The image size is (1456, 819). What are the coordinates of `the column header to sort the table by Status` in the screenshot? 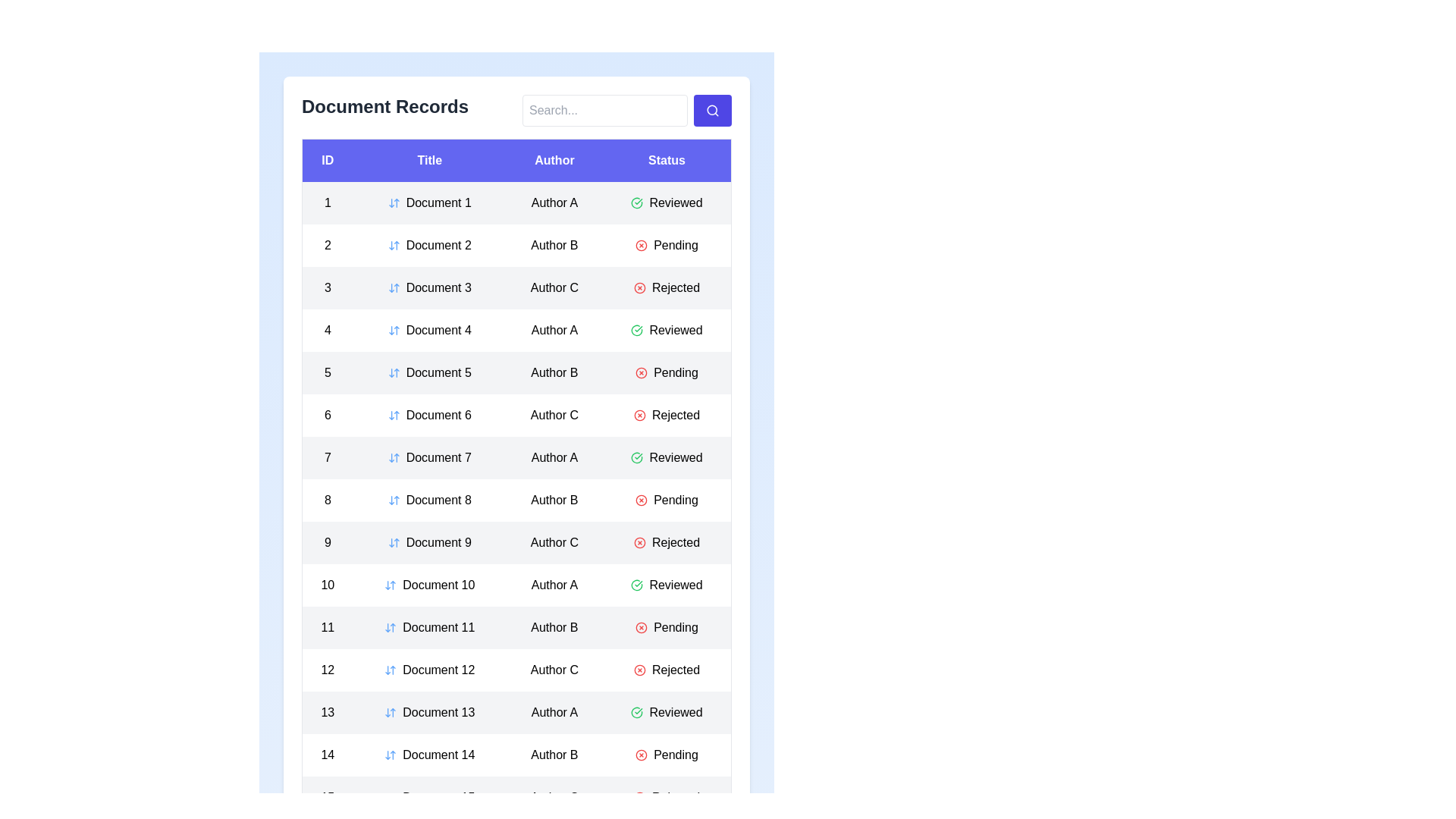 It's located at (667, 160).